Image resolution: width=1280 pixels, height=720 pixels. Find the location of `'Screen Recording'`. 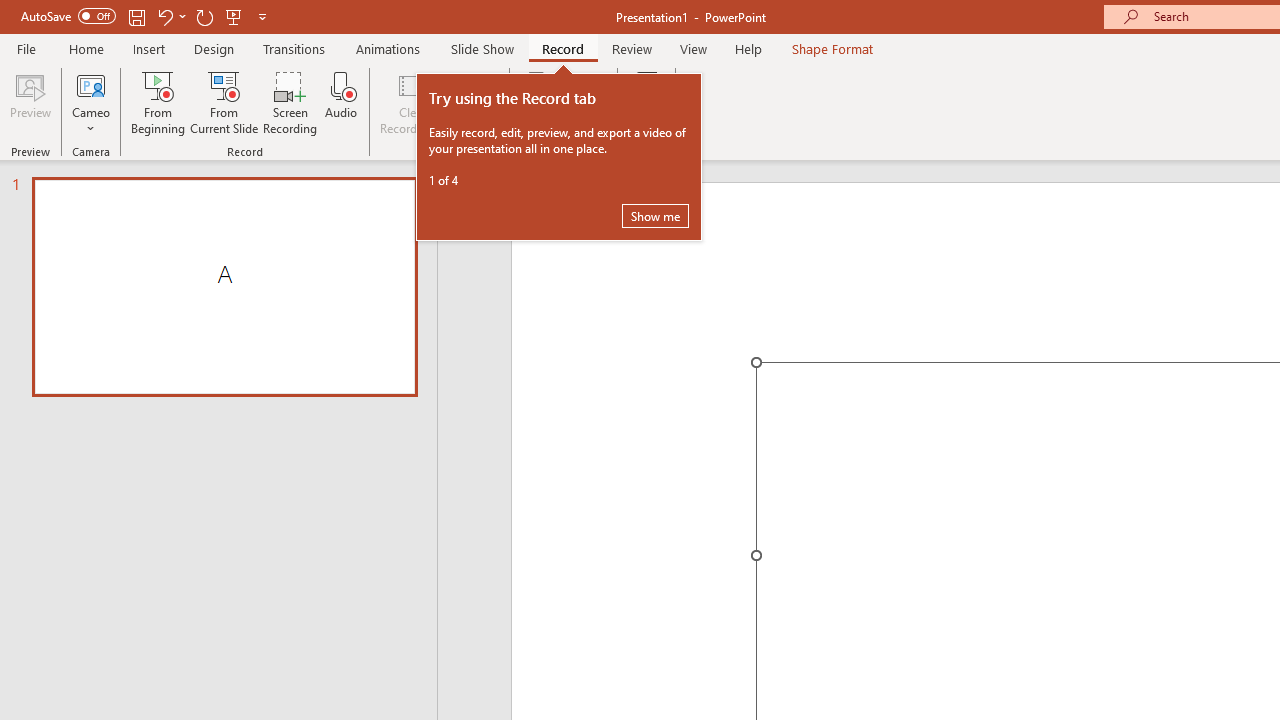

'Screen Recording' is located at coordinates (289, 103).